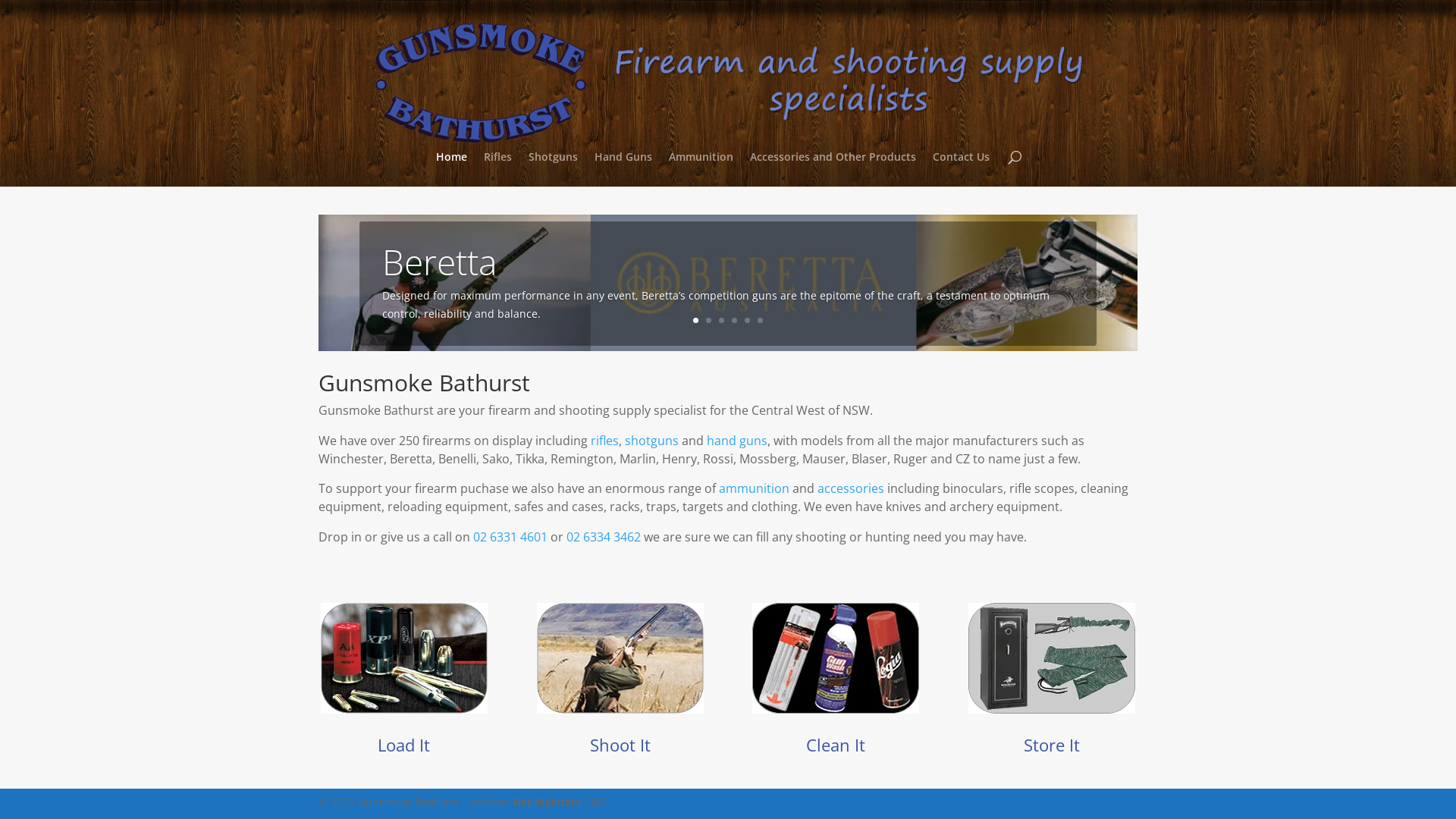 The height and width of the screenshot is (819, 1456). I want to click on '02 6331 4601', so click(472, 536).